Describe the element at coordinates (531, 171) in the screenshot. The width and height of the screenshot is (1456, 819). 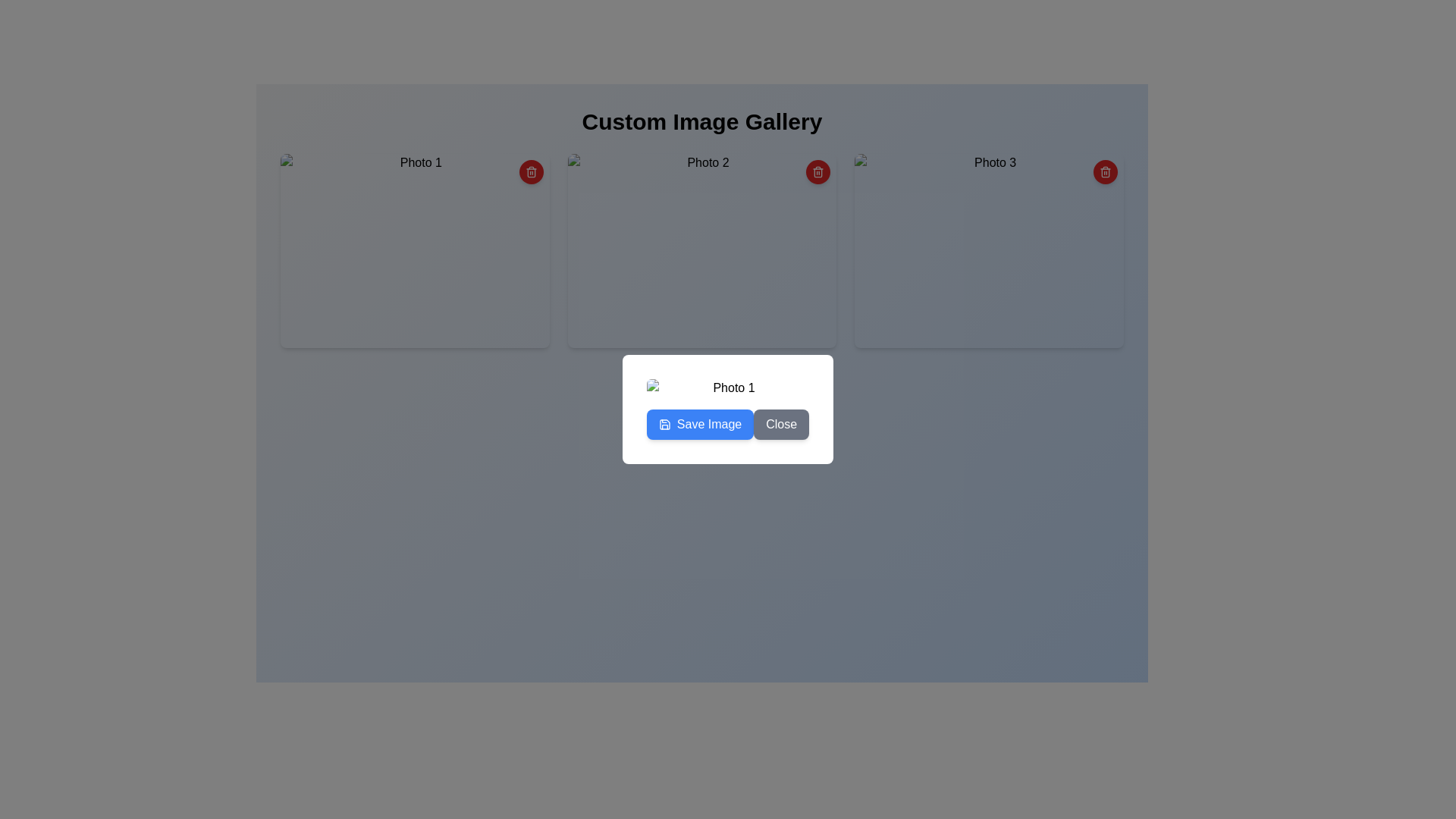
I see `the circular red button with a white trash icon located at the top-right corner of the 'Photo 1' content card to change its color` at that location.